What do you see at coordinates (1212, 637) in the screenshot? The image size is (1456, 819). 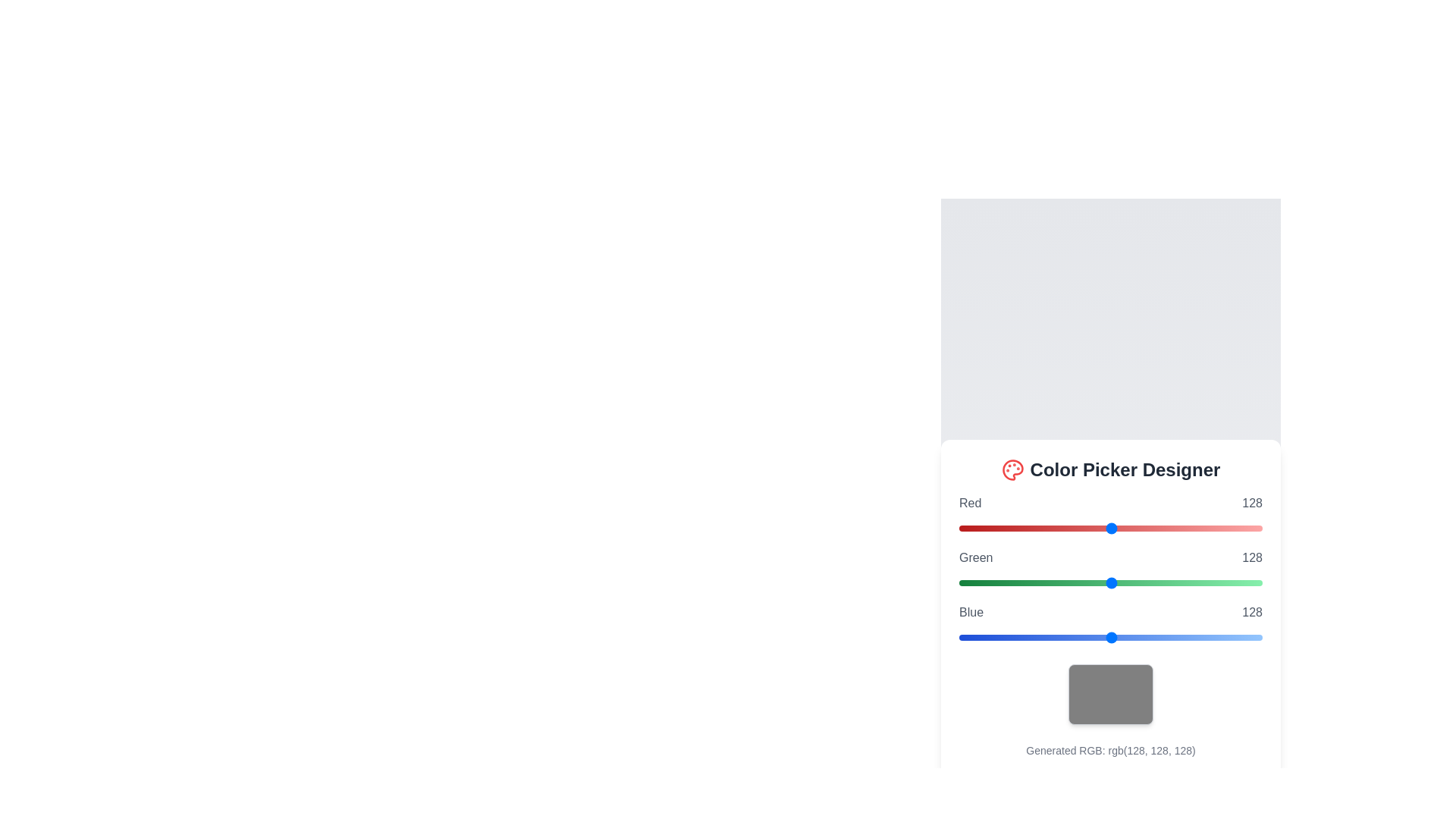 I see `the blue slider to set its value to 213` at bounding box center [1212, 637].